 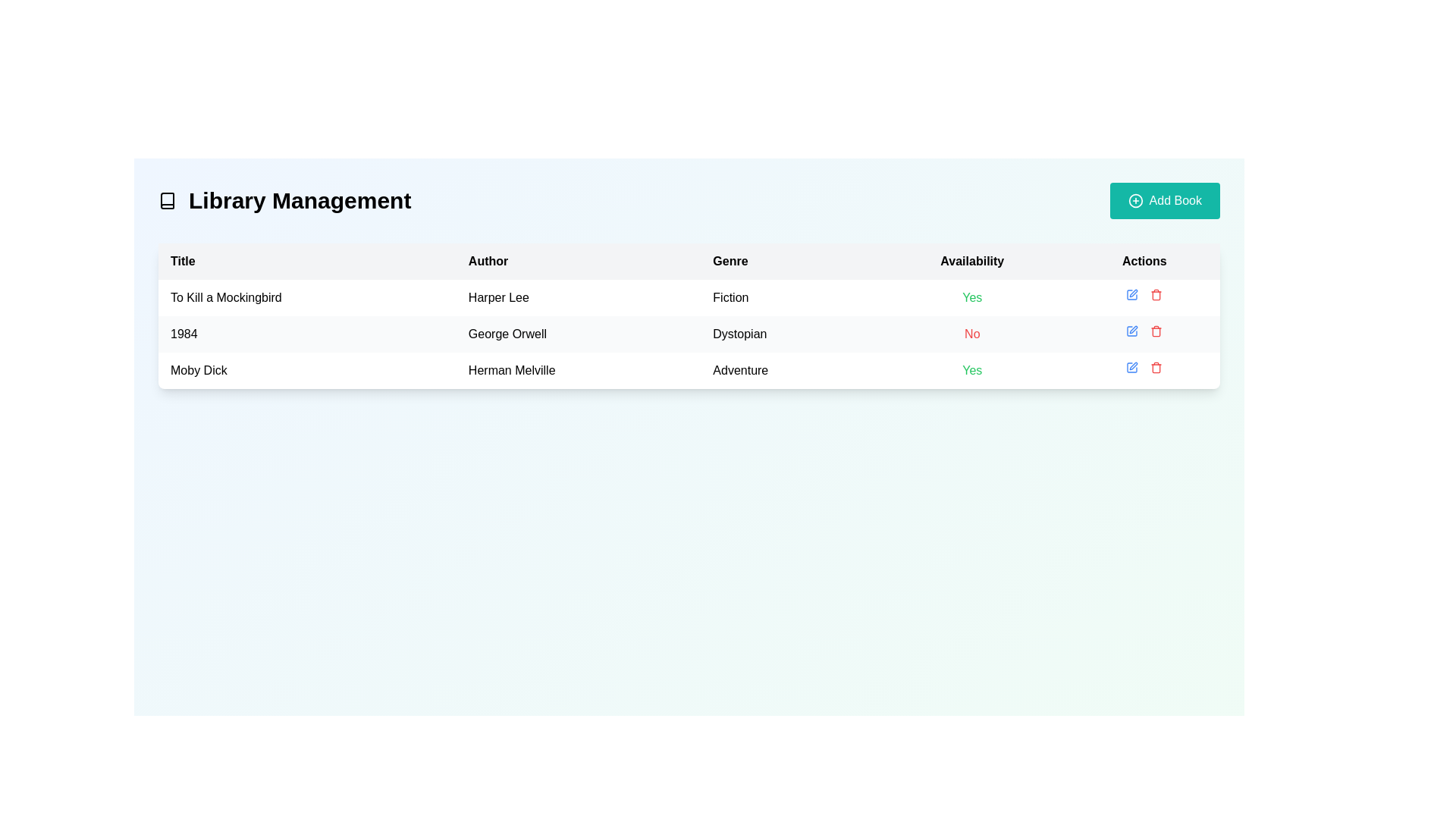 What do you see at coordinates (972, 371) in the screenshot?
I see `the text label displaying 'Yes' in green color under the 'Availability' column for the book 'Moby Dick' in the table` at bounding box center [972, 371].